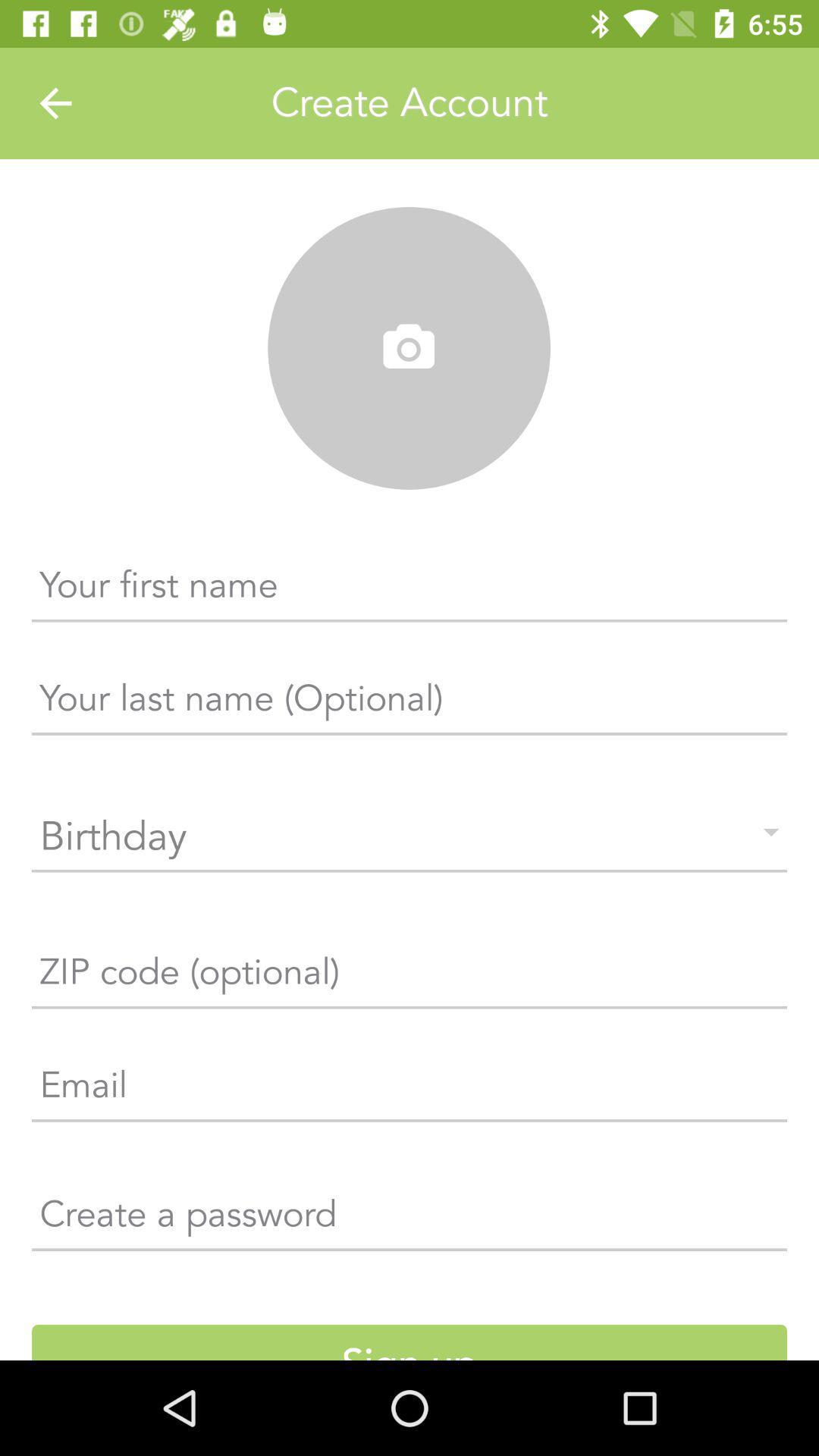  Describe the element at coordinates (409, 102) in the screenshot. I see `create account` at that location.